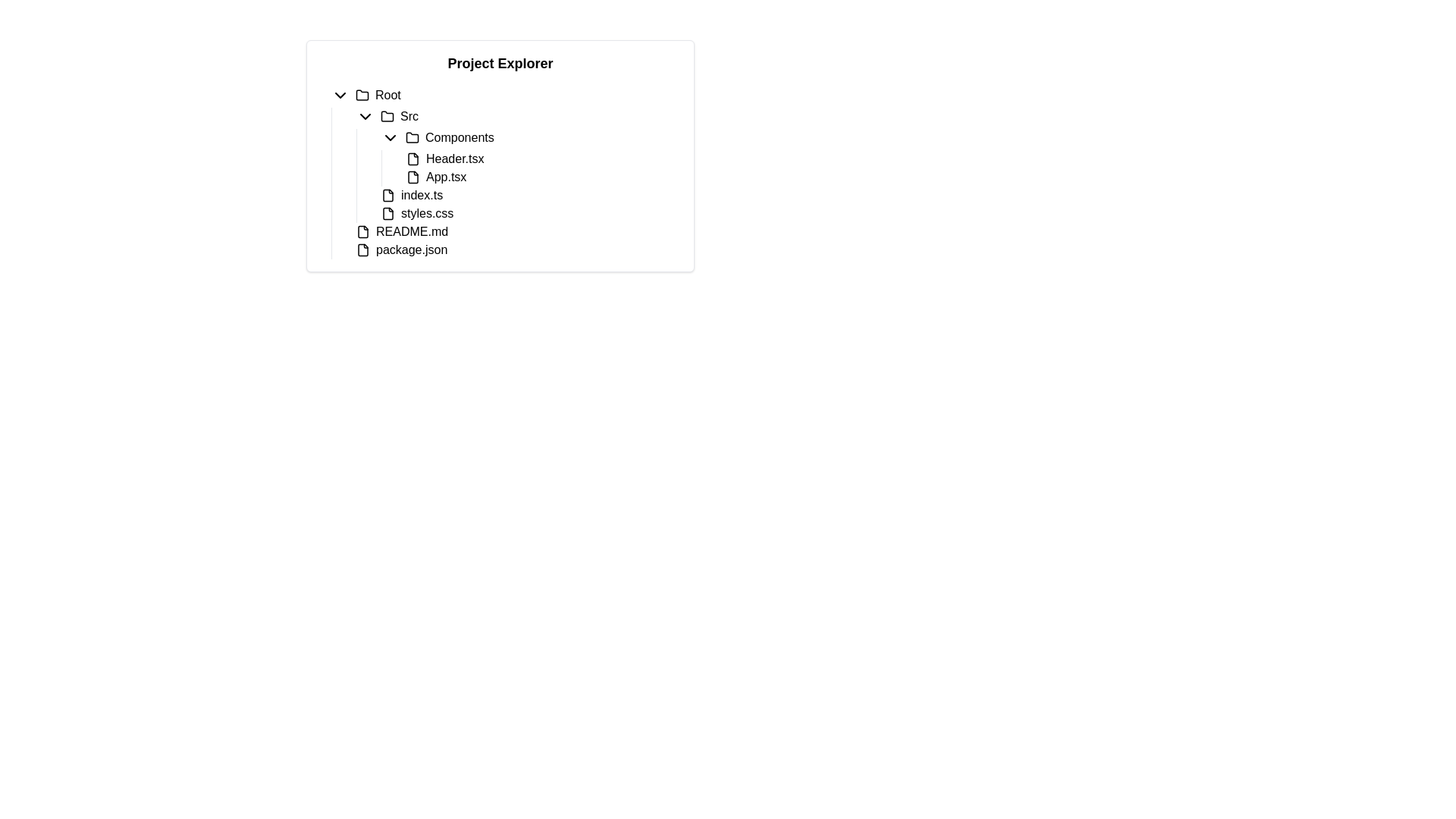 The height and width of the screenshot is (819, 1456). I want to click on the root folder of the project in the collapsible tree view, so click(506, 96).